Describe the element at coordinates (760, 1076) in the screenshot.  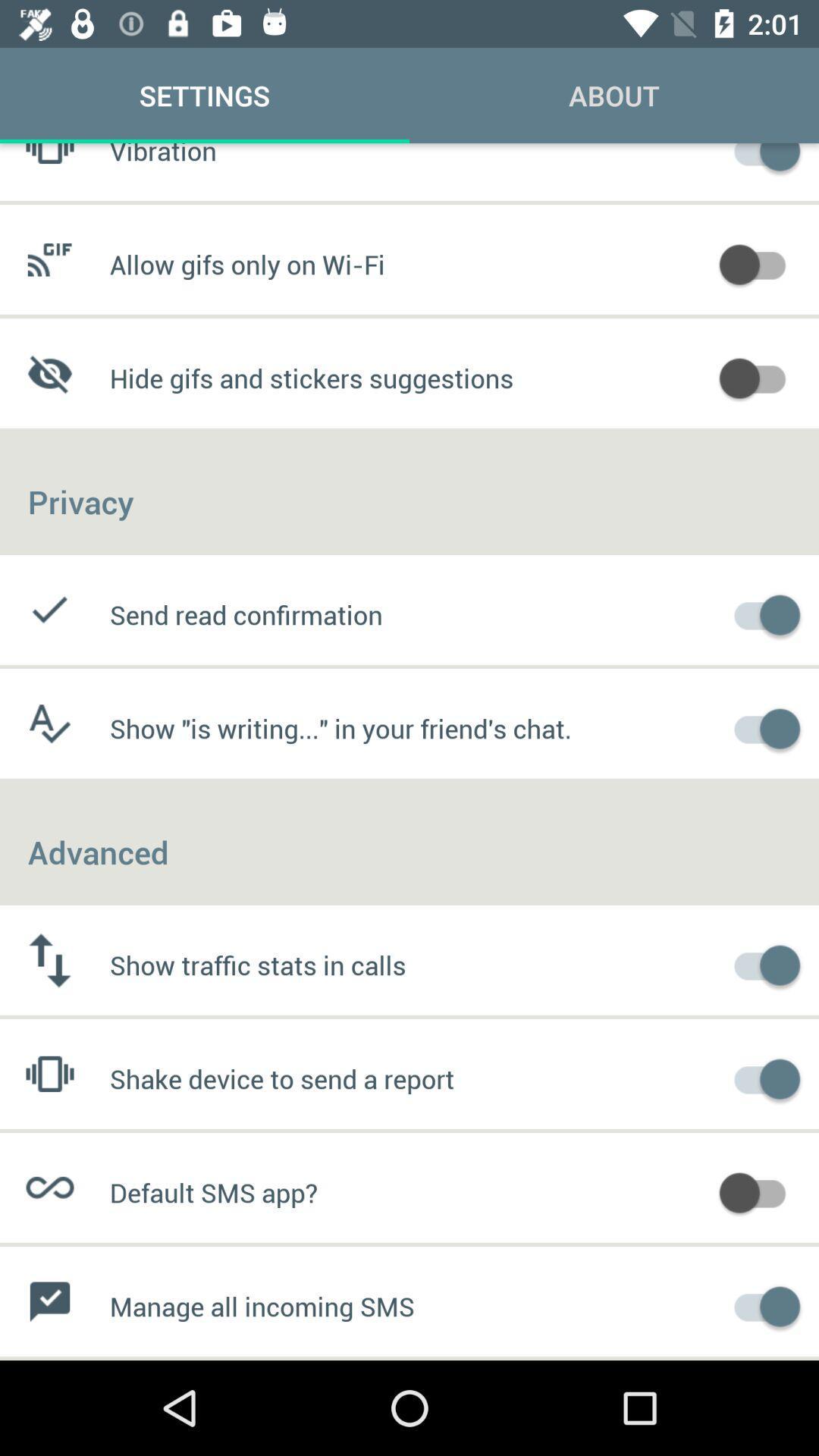
I see `shake device to send report` at that location.